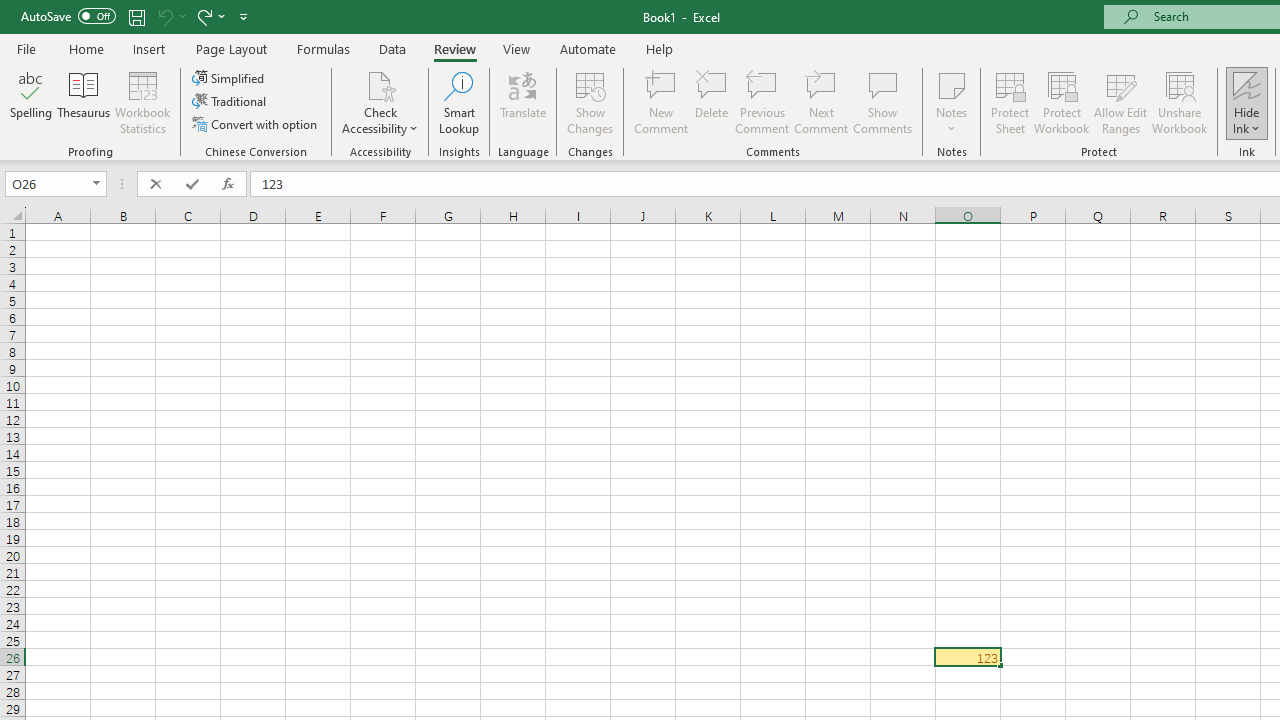  I want to click on 'Save', so click(135, 16).